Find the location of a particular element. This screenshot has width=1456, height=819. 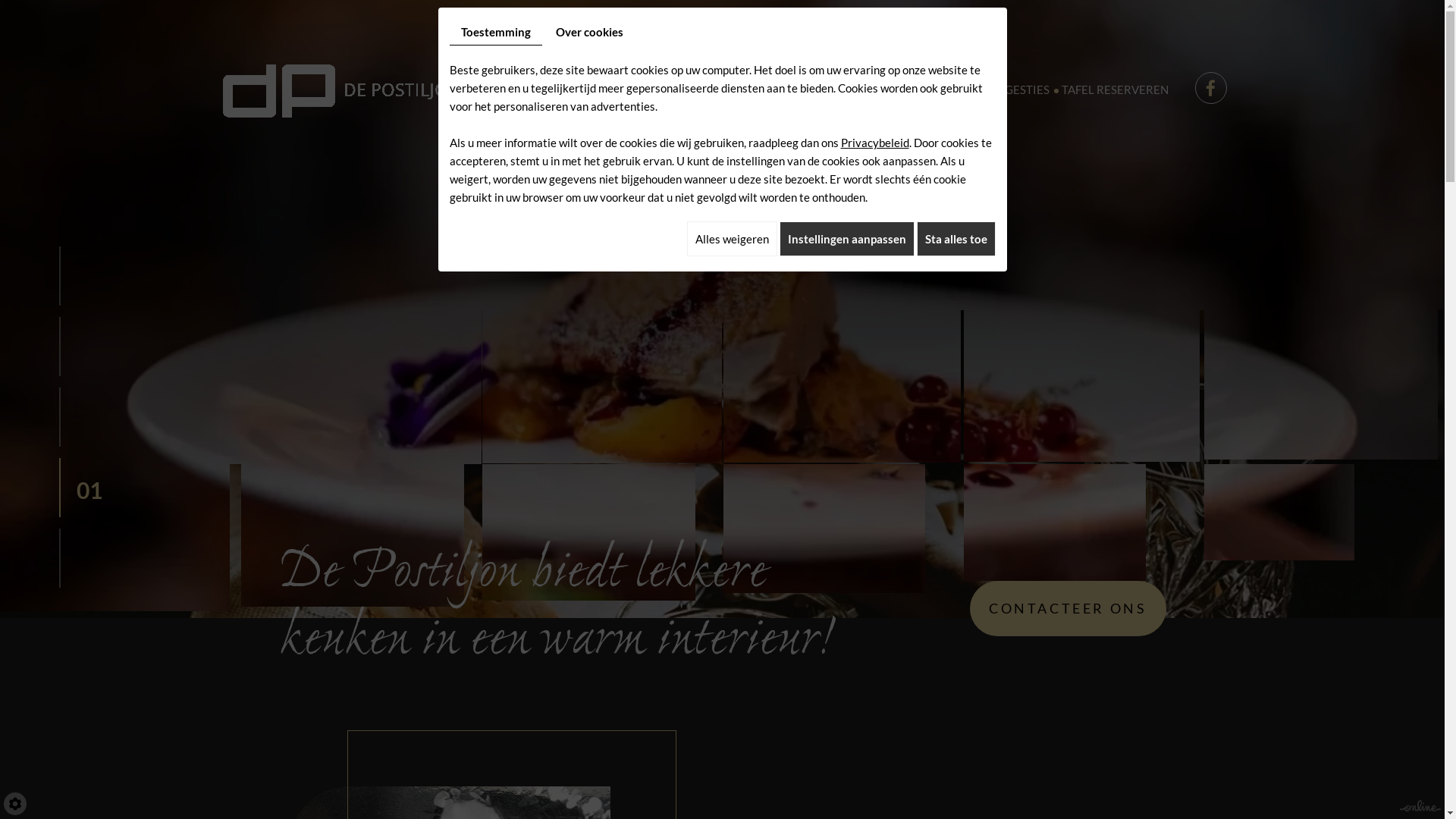

'CONTACTEER ONS' is located at coordinates (1066, 607).